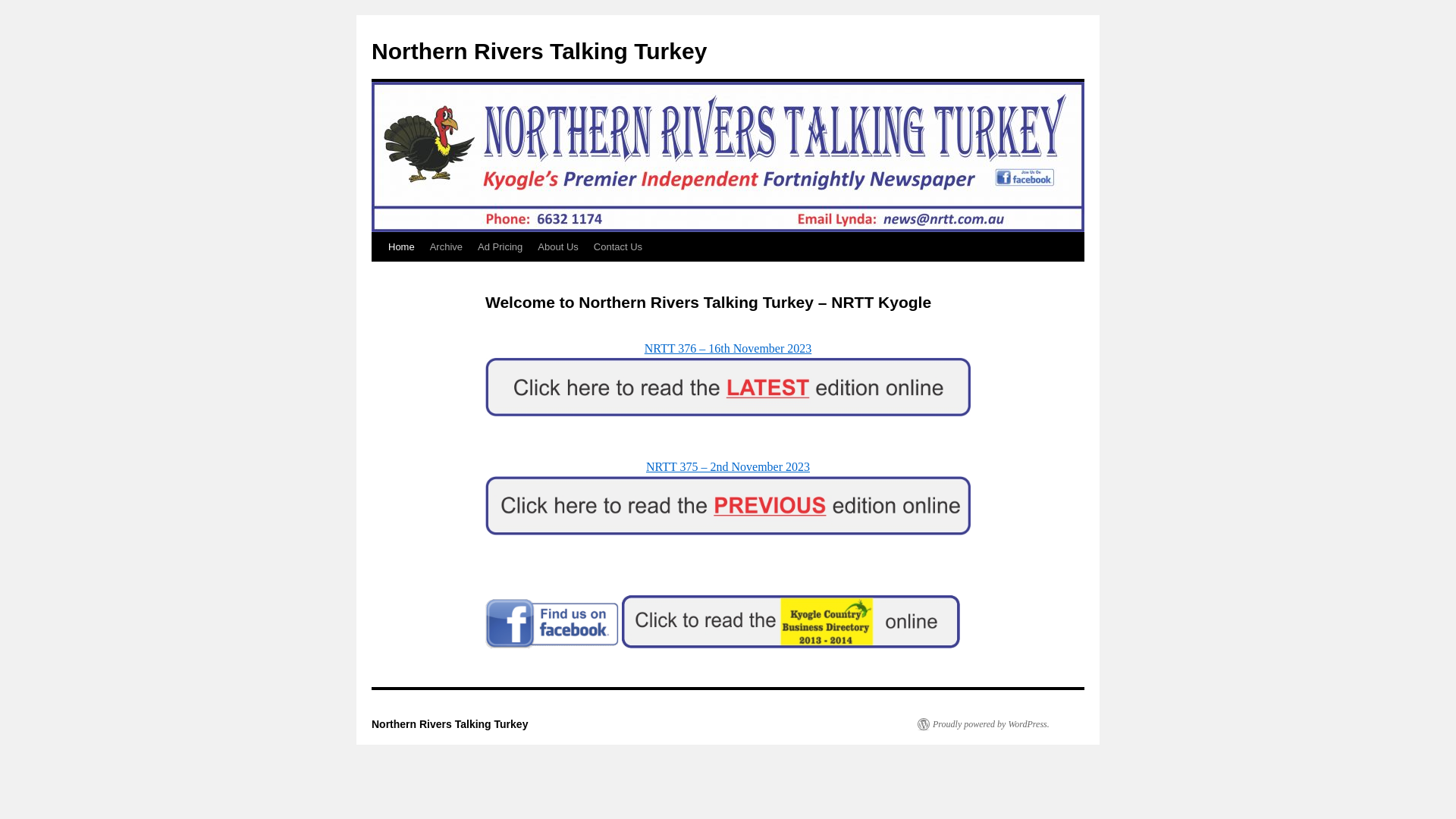 This screenshot has height=819, width=1456. Describe the element at coordinates (585, 246) in the screenshot. I see `'Contact Us'` at that location.